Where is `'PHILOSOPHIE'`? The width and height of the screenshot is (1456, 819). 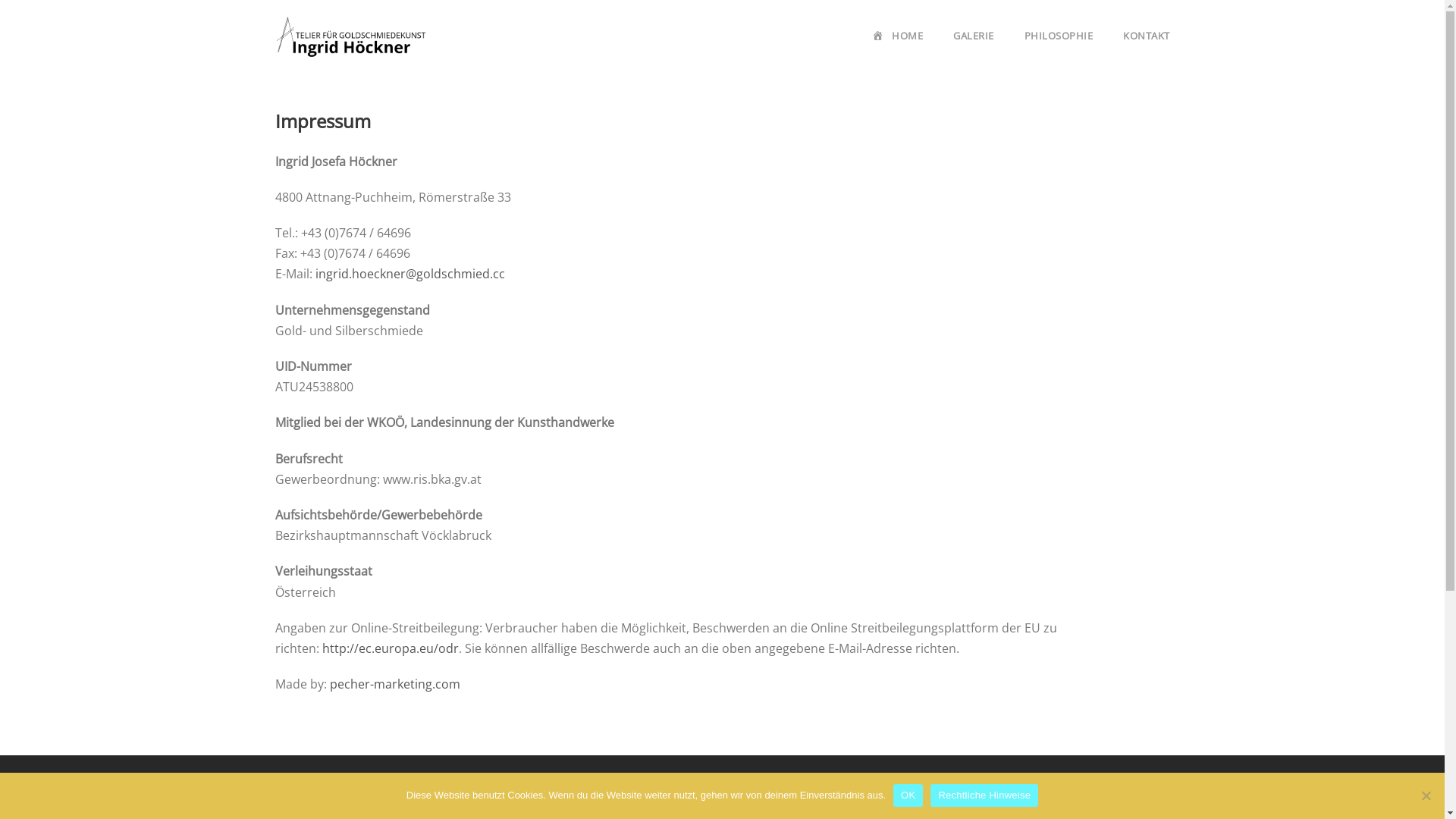 'PHILOSOPHIE' is located at coordinates (1057, 48).